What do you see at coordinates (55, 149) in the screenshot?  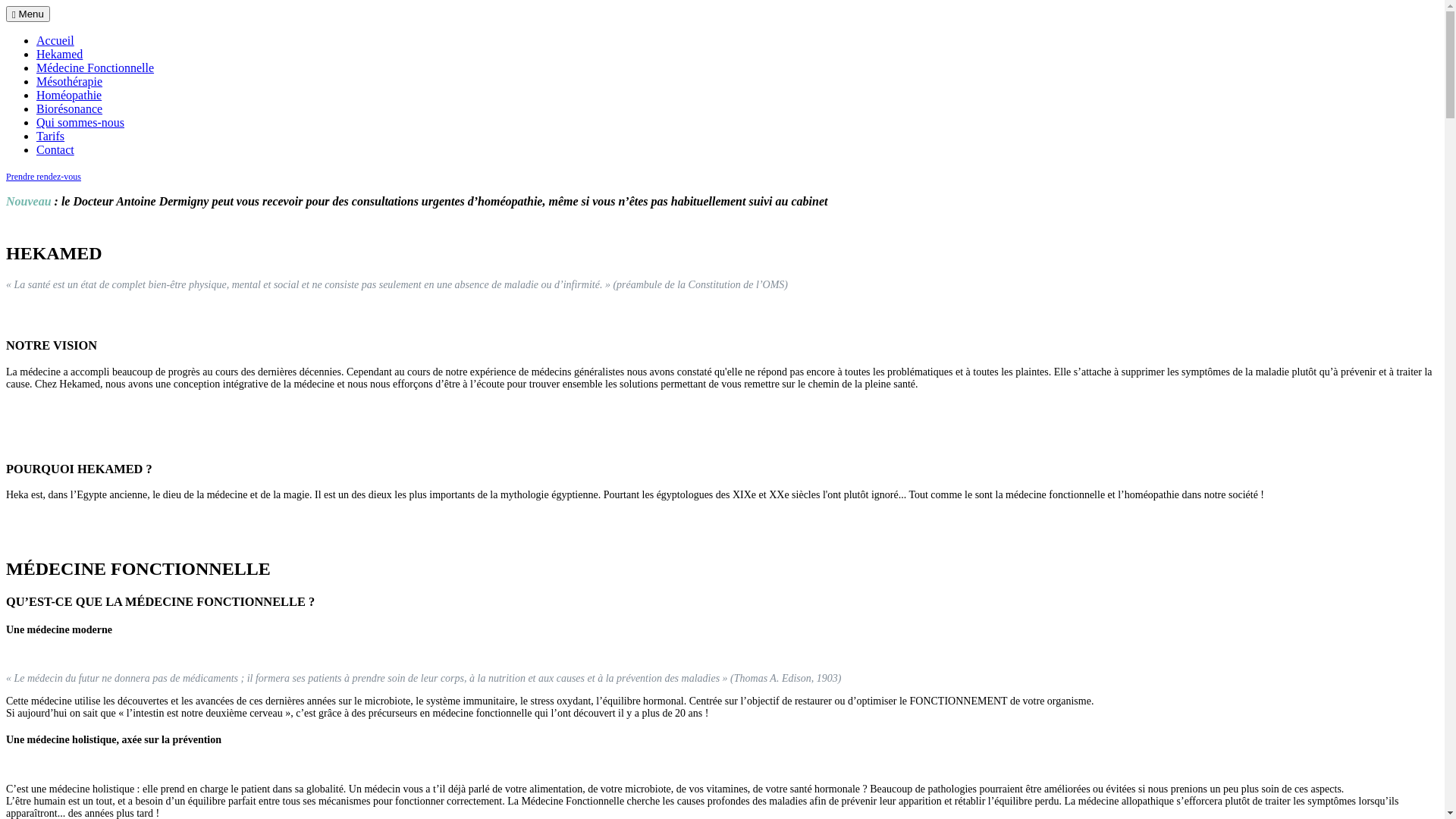 I see `'Contact'` at bounding box center [55, 149].